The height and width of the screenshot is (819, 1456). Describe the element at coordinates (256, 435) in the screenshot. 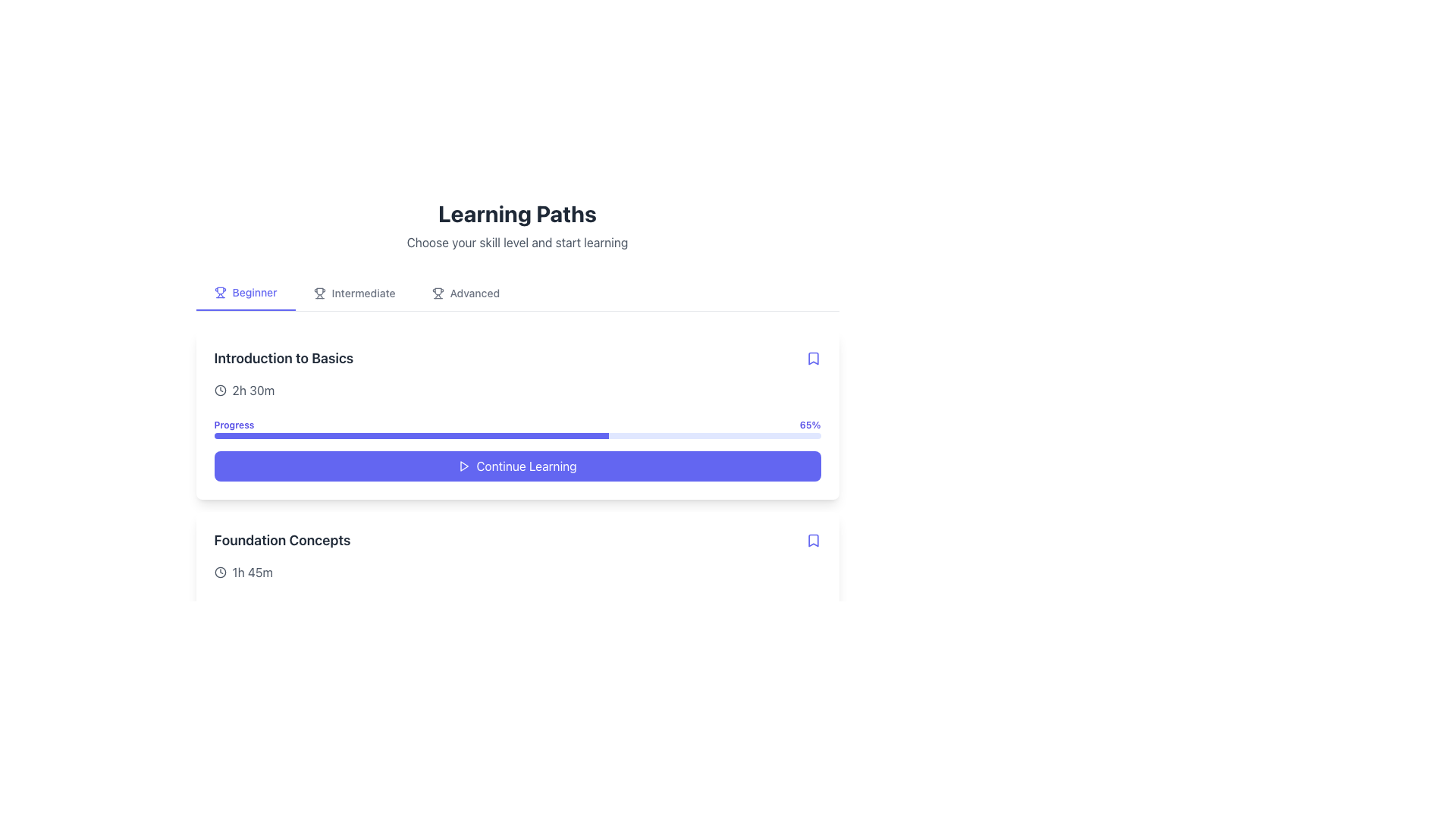

I see `progress bar` at that location.